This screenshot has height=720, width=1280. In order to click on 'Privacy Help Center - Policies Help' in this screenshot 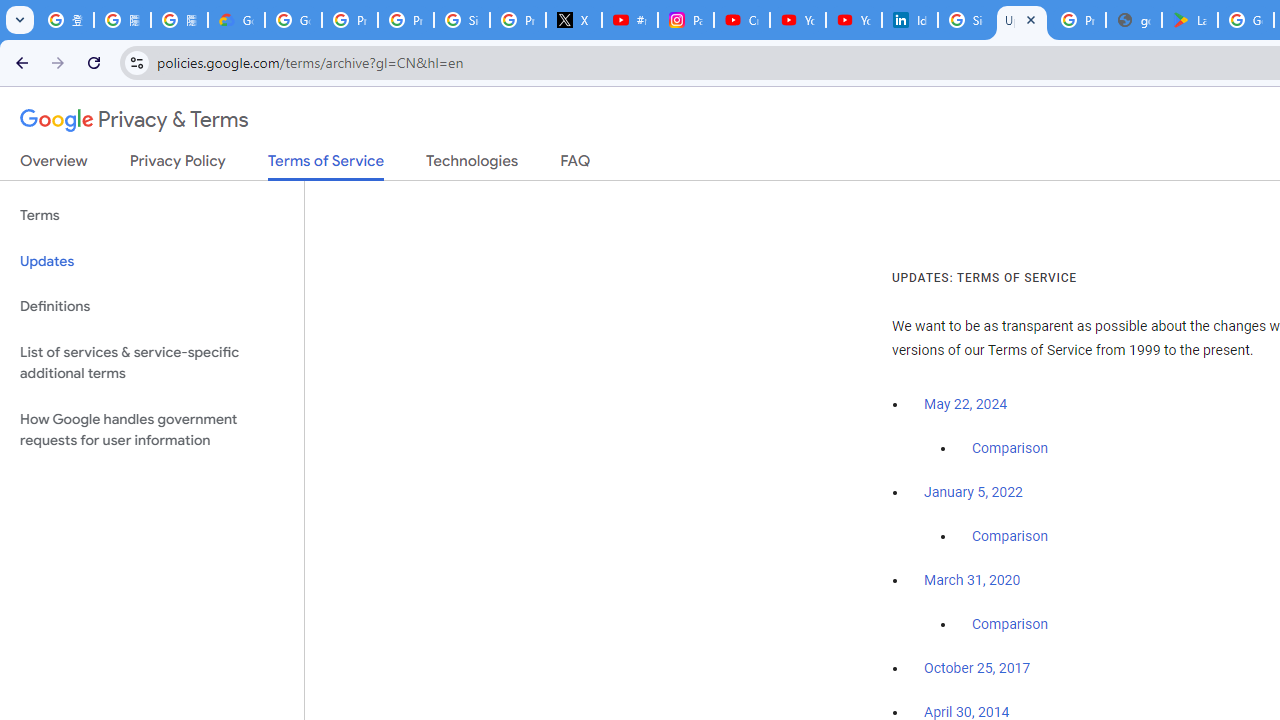, I will do `click(404, 20)`.